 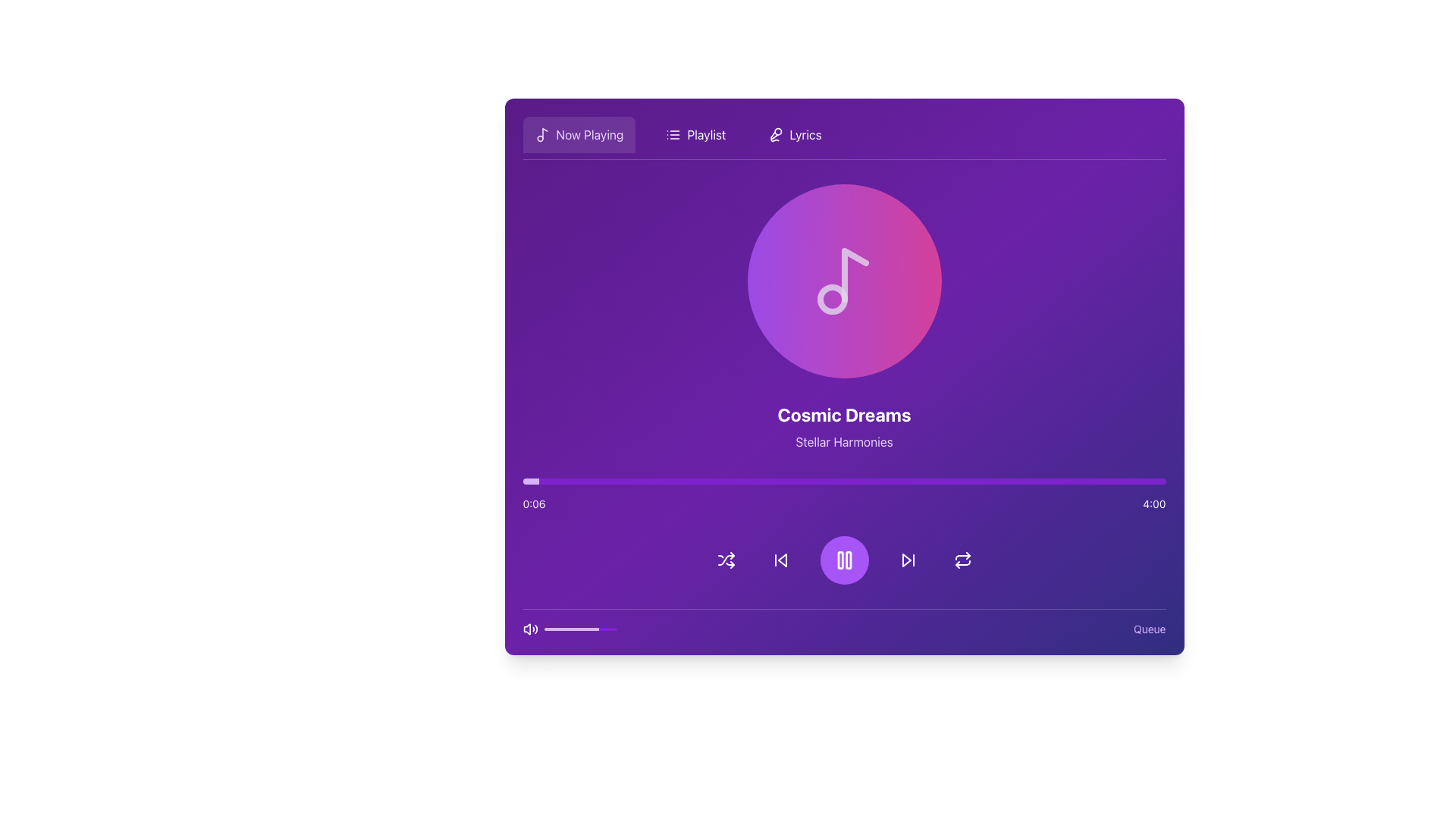 I want to click on playback progress, so click(x=1108, y=482).